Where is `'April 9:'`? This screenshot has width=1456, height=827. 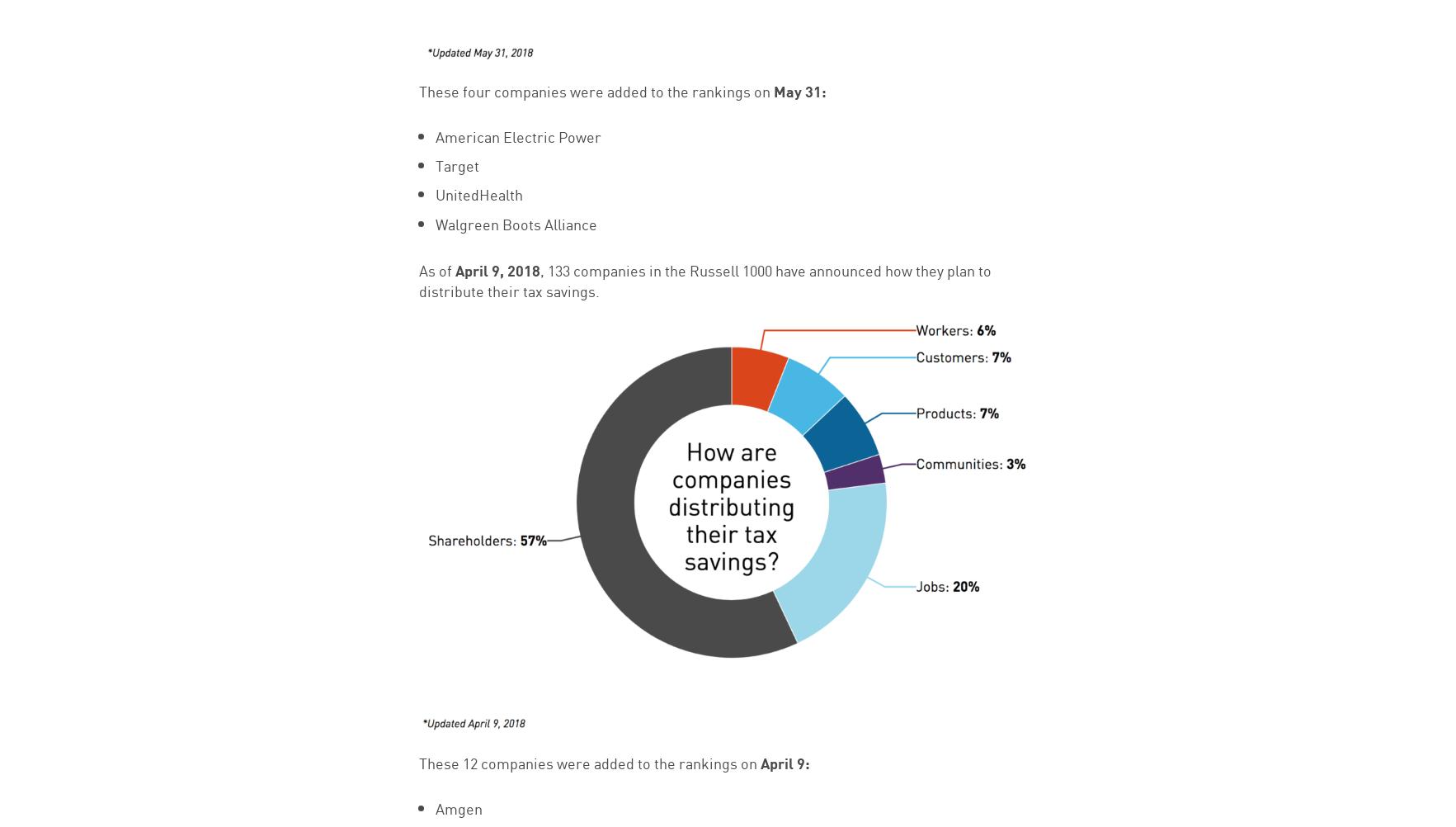 'April 9:' is located at coordinates (784, 760).